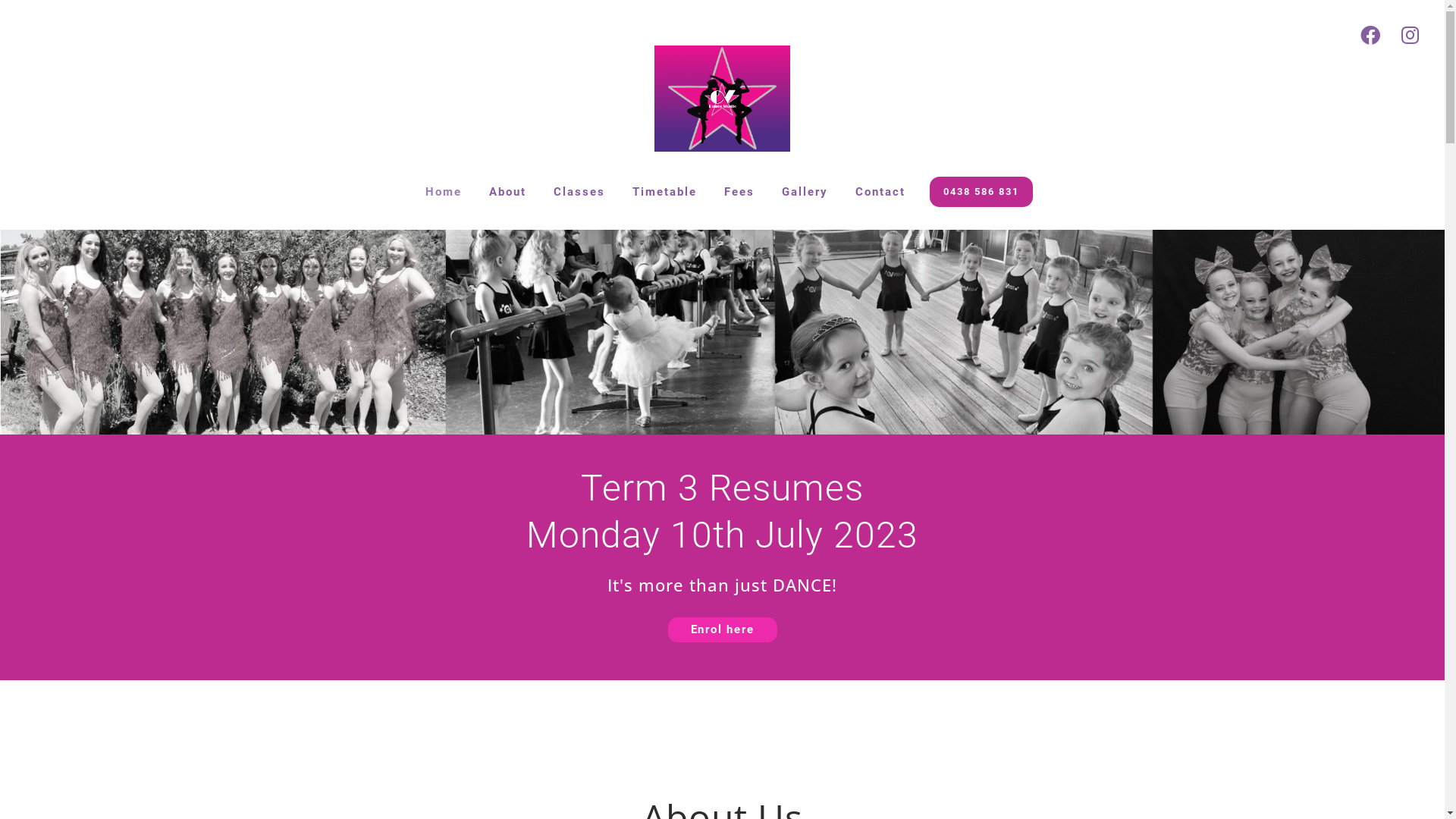  I want to click on 'Facebook', so click(1350, 34).